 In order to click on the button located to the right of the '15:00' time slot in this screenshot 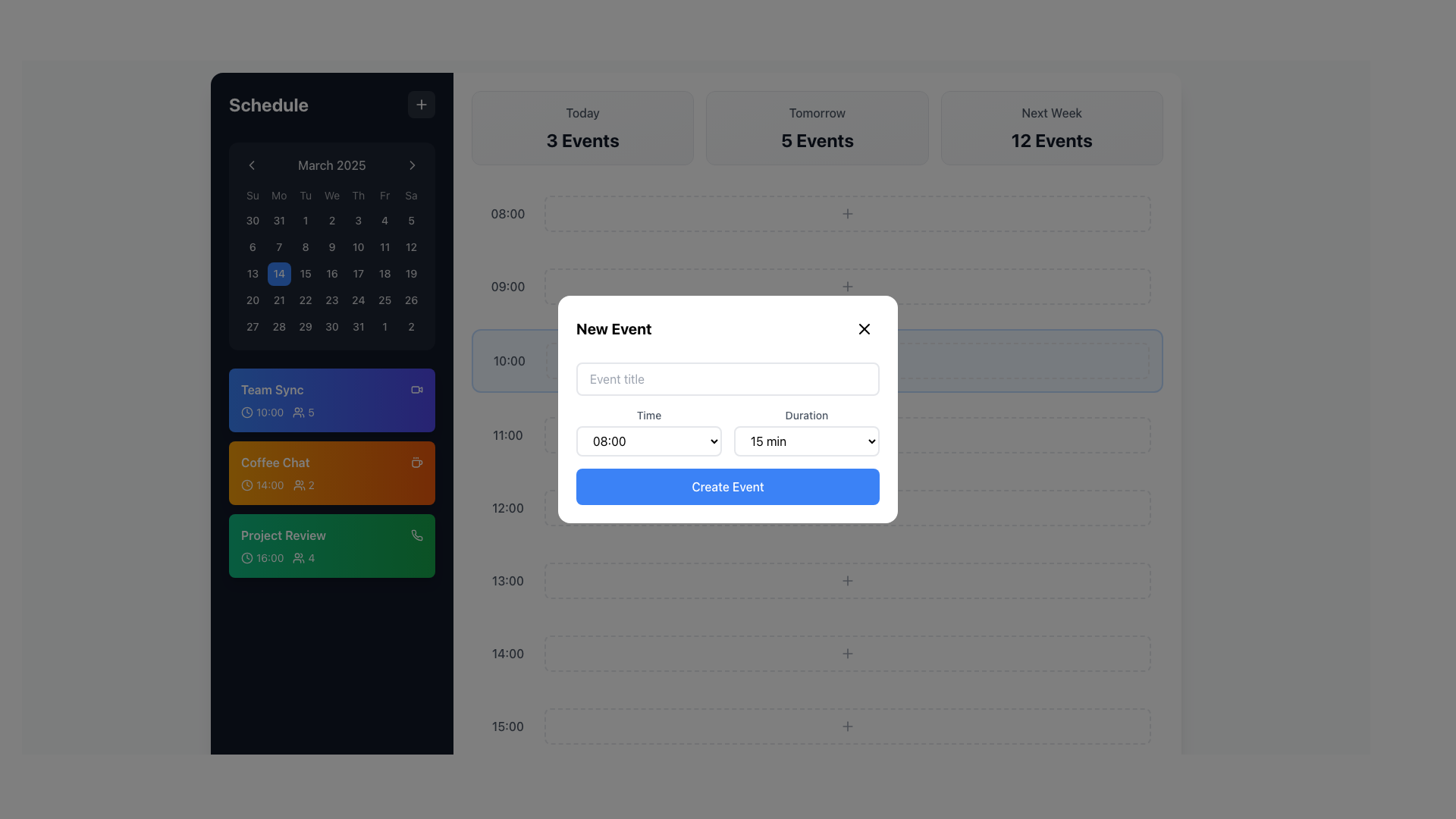, I will do `click(847, 725)`.